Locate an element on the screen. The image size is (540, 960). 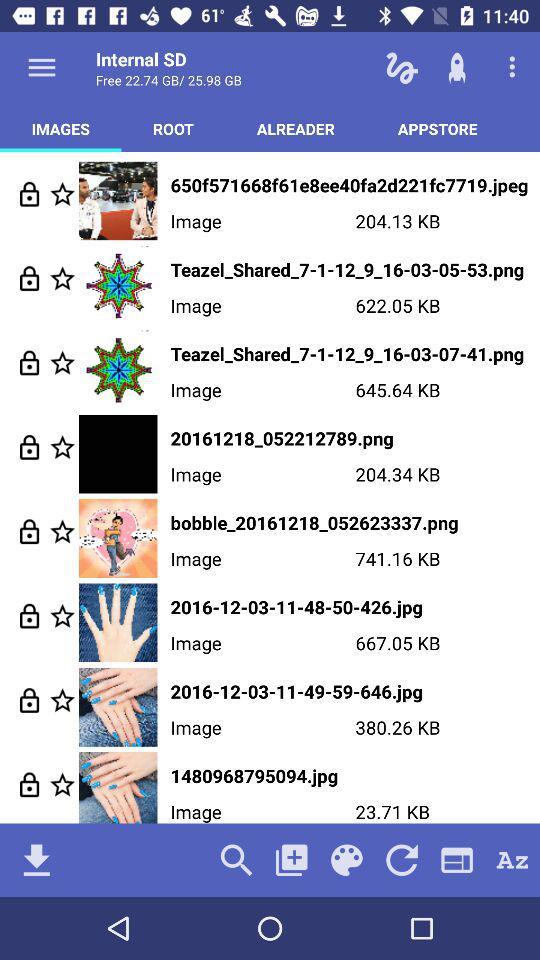
to favorites is located at coordinates (62, 615).